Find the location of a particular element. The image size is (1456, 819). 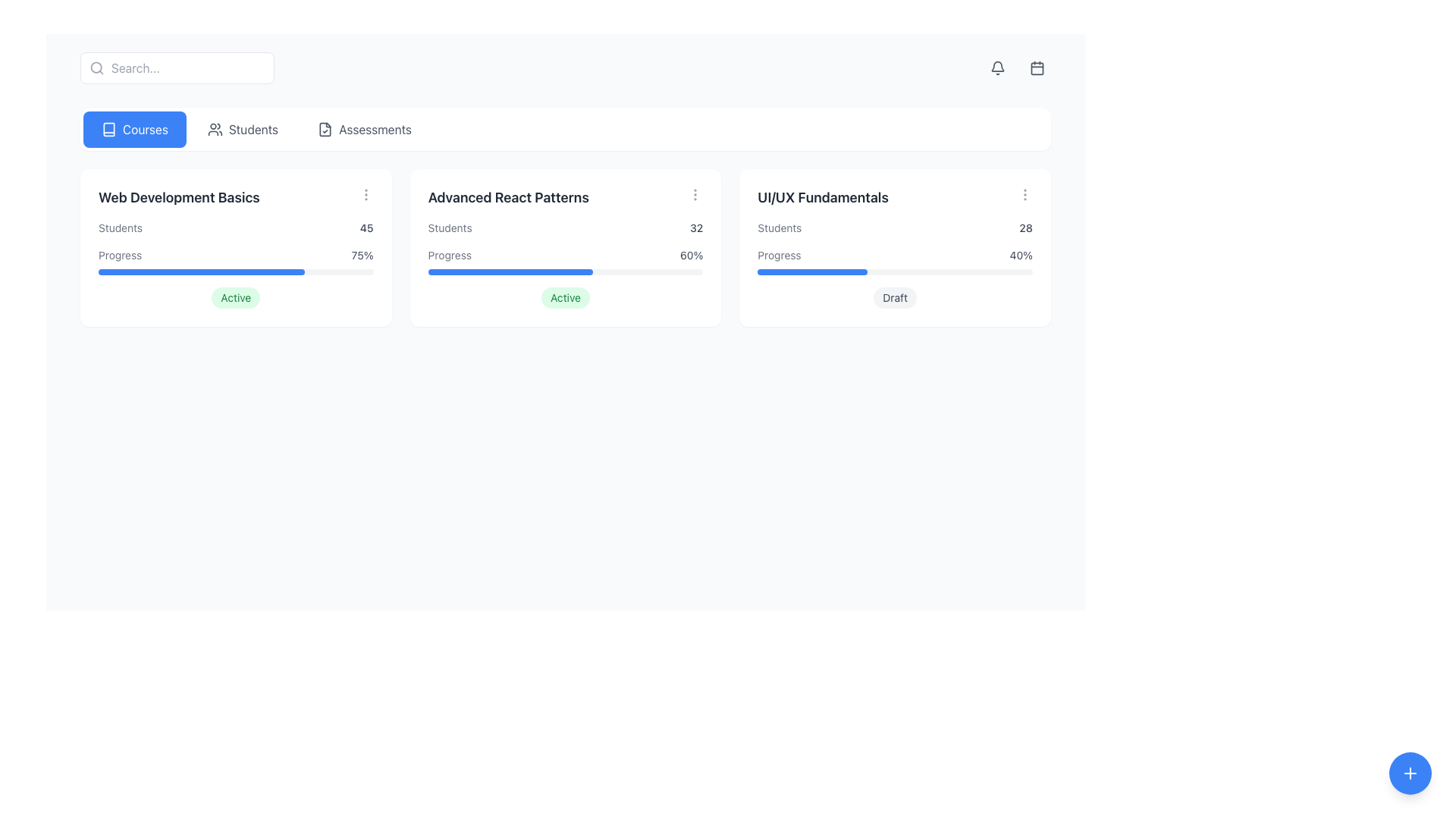

the visual progress bar located in the third card of the row, positioned underneath the text 'Students 28' and above the 'Draft' badge is located at coordinates (895, 260).